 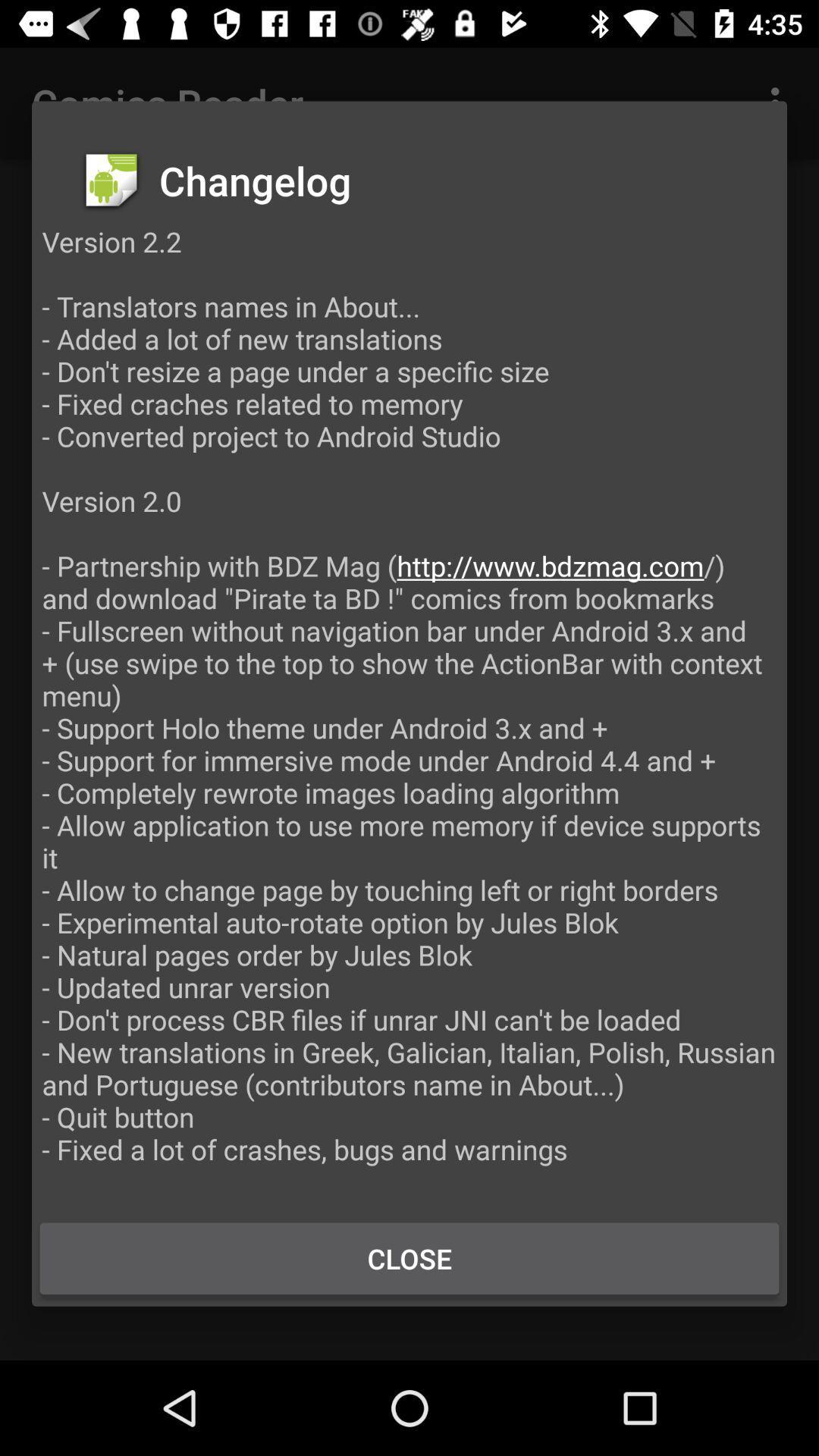 What do you see at coordinates (409, 711) in the screenshot?
I see `button above close` at bounding box center [409, 711].